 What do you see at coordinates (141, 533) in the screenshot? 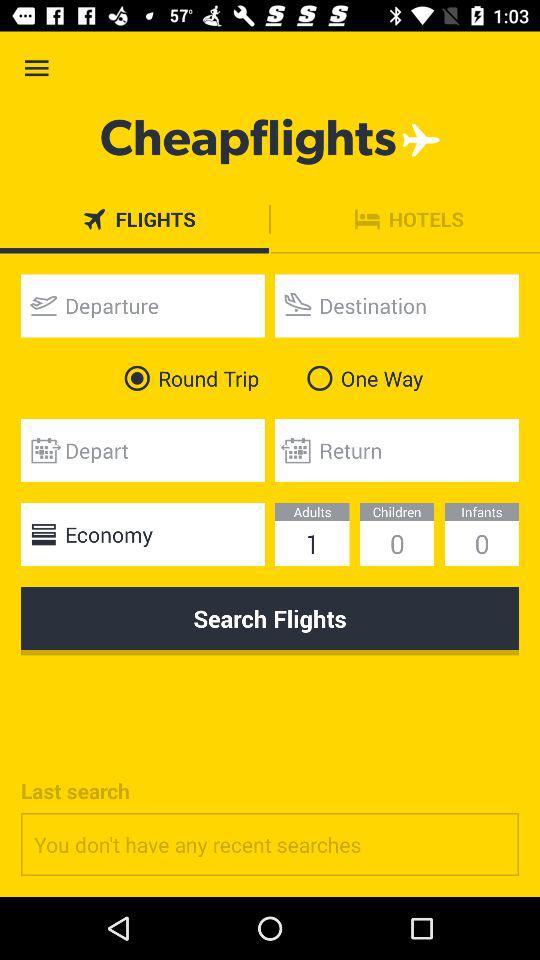
I see `the item next to the adults icon` at bounding box center [141, 533].